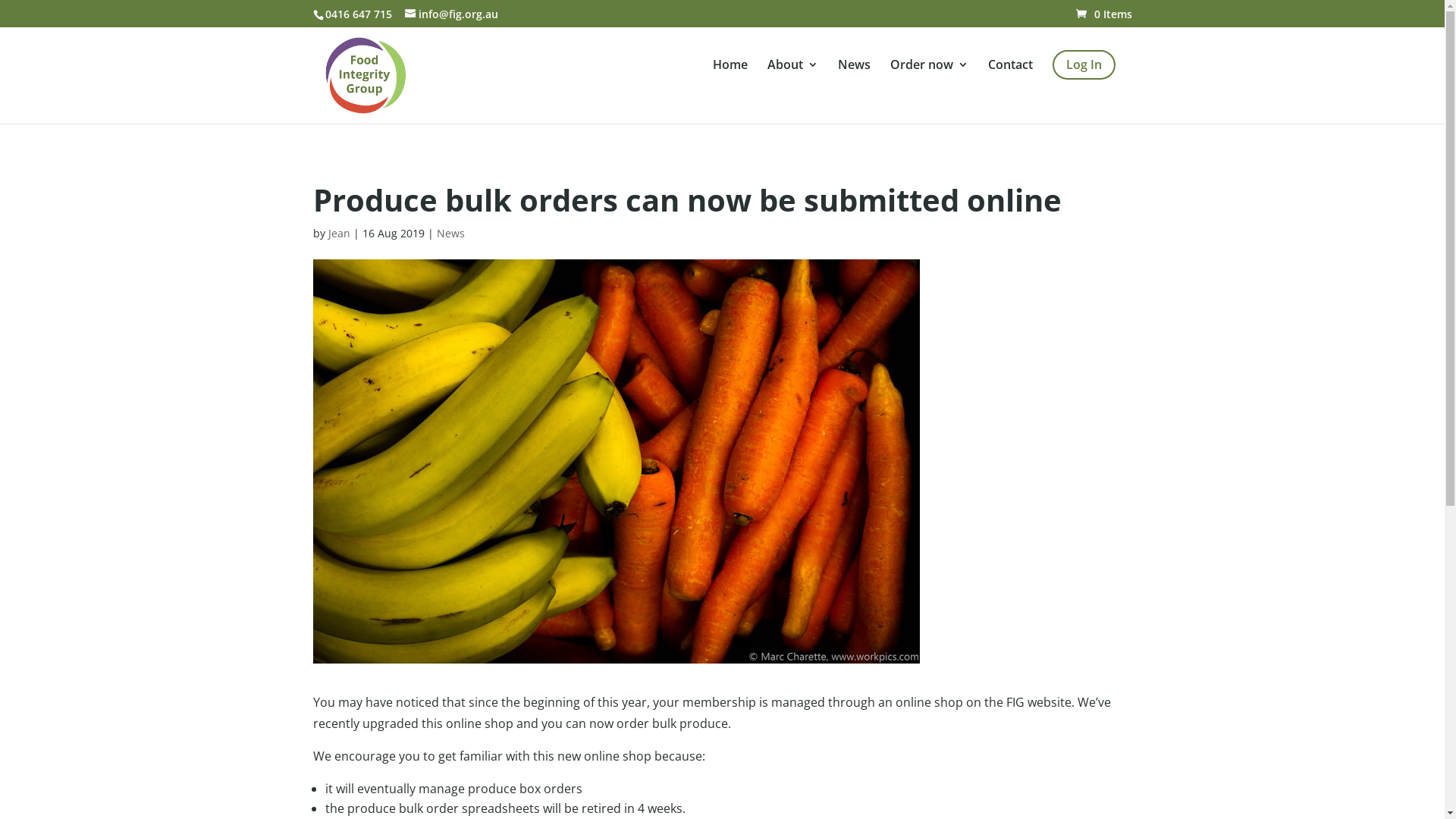 The height and width of the screenshot is (819, 1456). I want to click on 'News', so click(853, 76).